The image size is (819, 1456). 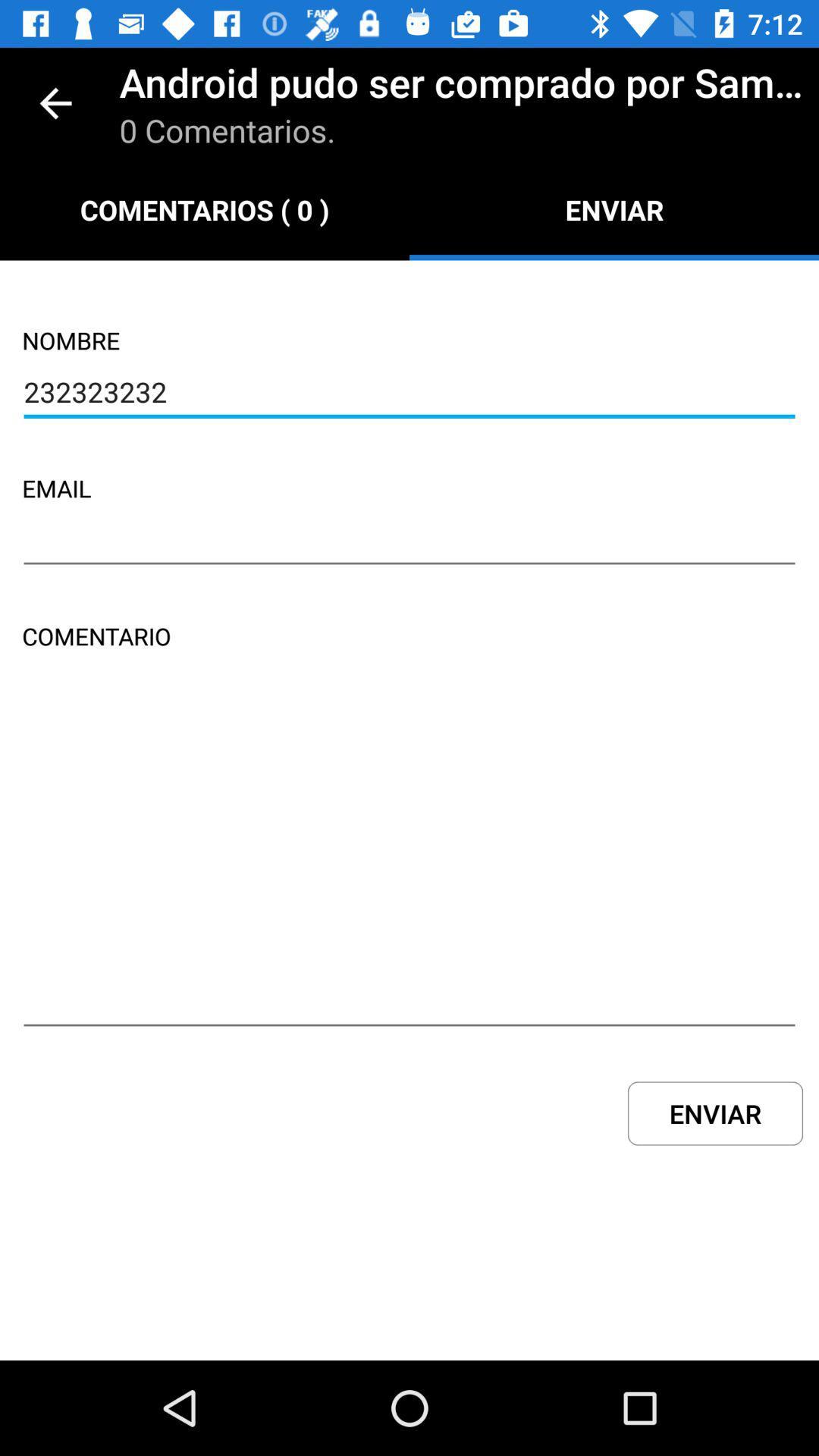 What do you see at coordinates (409, 394) in the screenshot?
I see `the icon below nombre icon` at bounding box center [409, 394].